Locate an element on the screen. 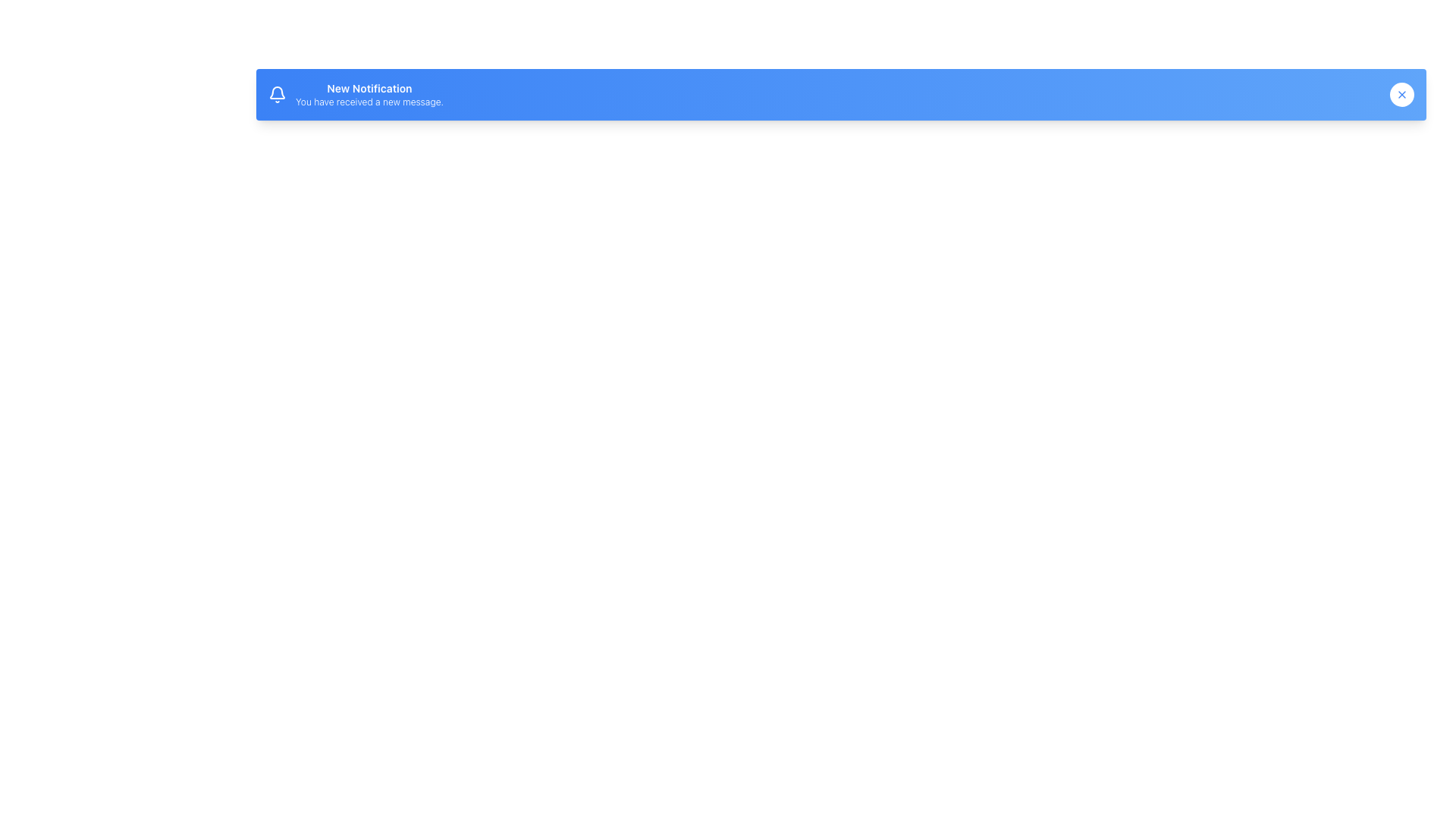  the round button with a white background and blue border, containing a small blue 'X' icon, located at the far right end of the notification bar is located at coordinates (1401, 94).